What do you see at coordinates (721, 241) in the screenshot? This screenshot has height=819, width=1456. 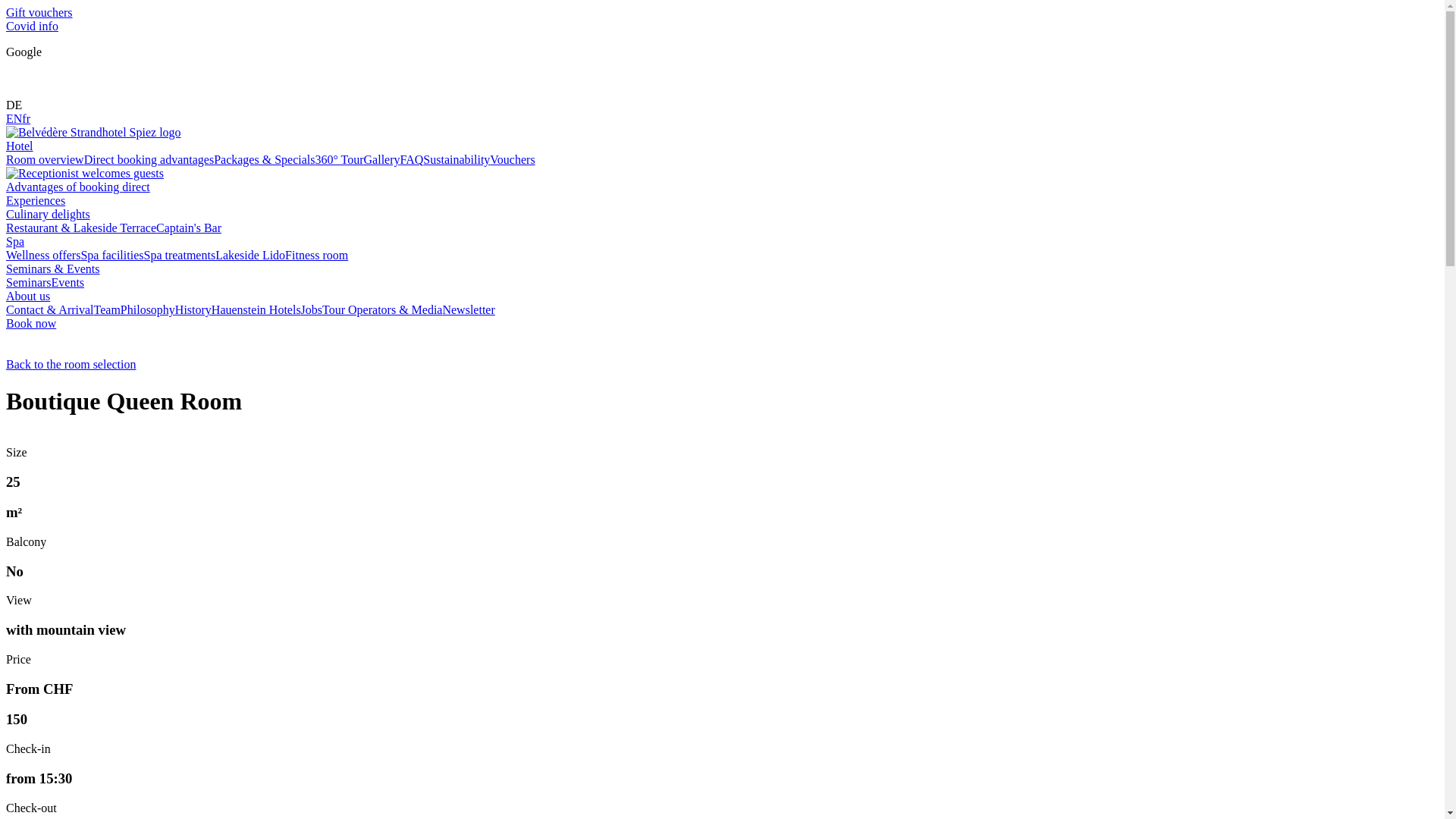 I see `'Spa'` at bounding box center [721, 241].